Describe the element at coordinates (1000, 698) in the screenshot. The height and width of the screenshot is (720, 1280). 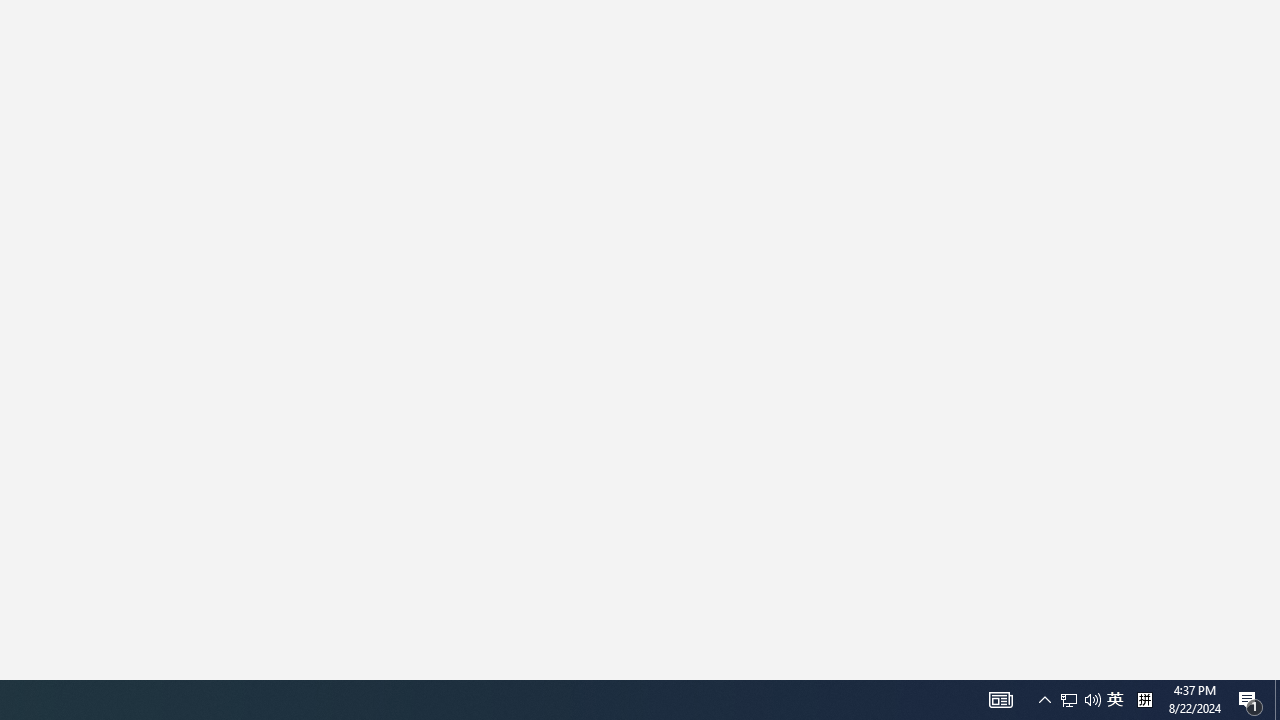
I see `'User Promoted Notification Area'` at that location.